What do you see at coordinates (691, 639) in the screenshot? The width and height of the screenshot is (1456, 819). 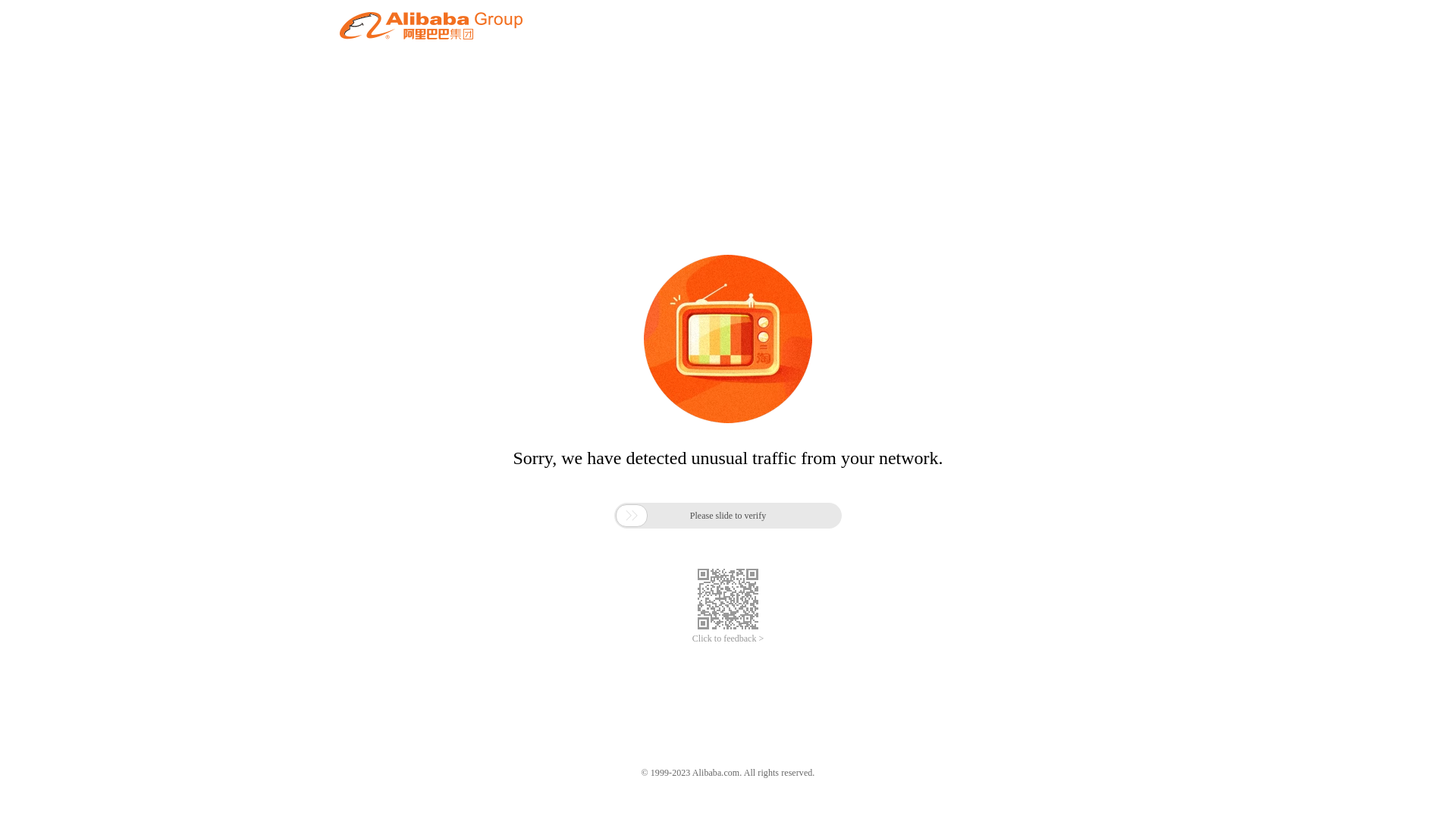 I see `'Click to feedback >'` at bounding box center [691, 639].